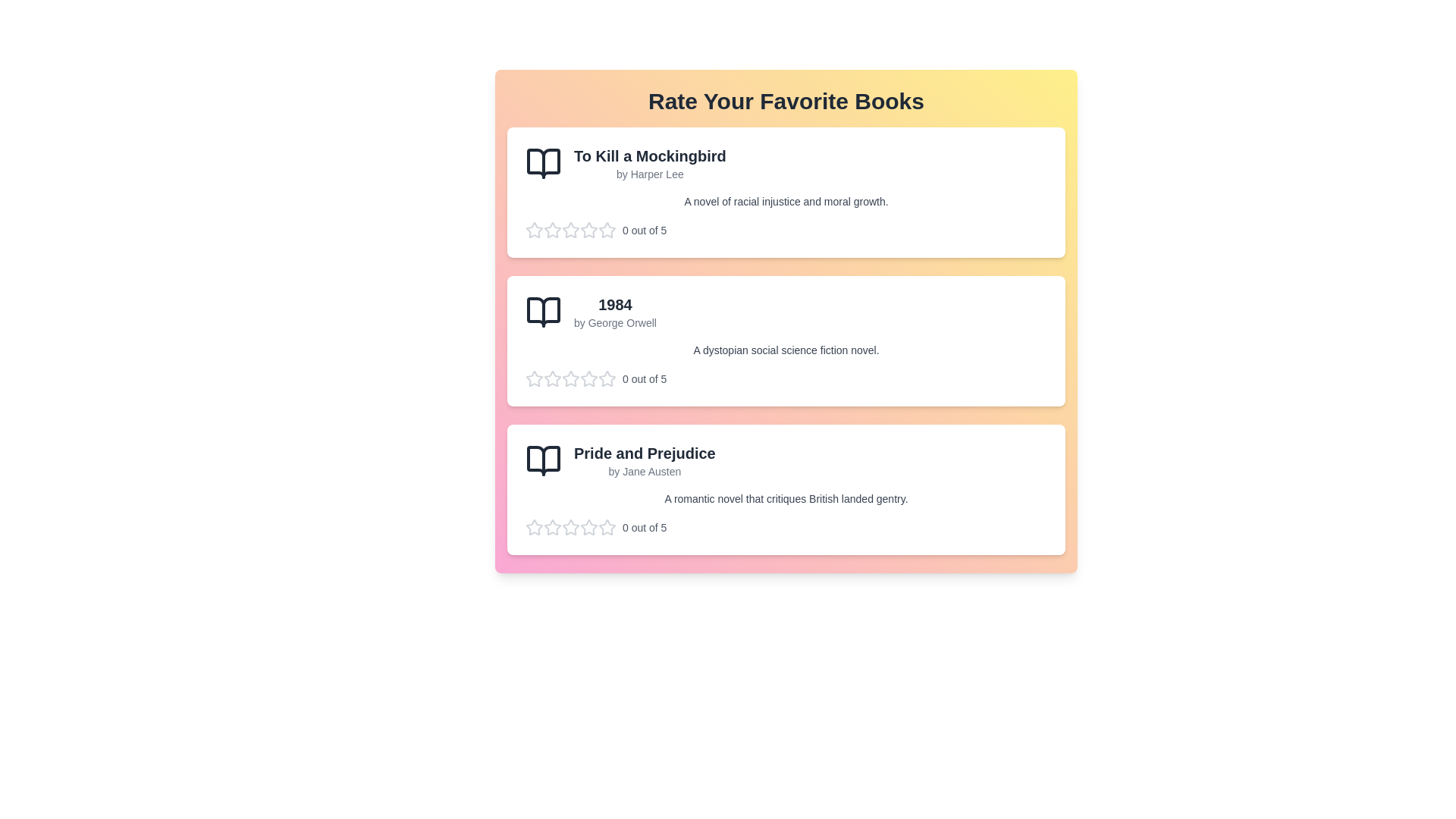  Describe the element at coordinates (615, 312) in the screenshot. I see `text element displaying the title '1984' in bold and the author 'by George Orwell' below it, located in the second card of the book entries list` at that location.